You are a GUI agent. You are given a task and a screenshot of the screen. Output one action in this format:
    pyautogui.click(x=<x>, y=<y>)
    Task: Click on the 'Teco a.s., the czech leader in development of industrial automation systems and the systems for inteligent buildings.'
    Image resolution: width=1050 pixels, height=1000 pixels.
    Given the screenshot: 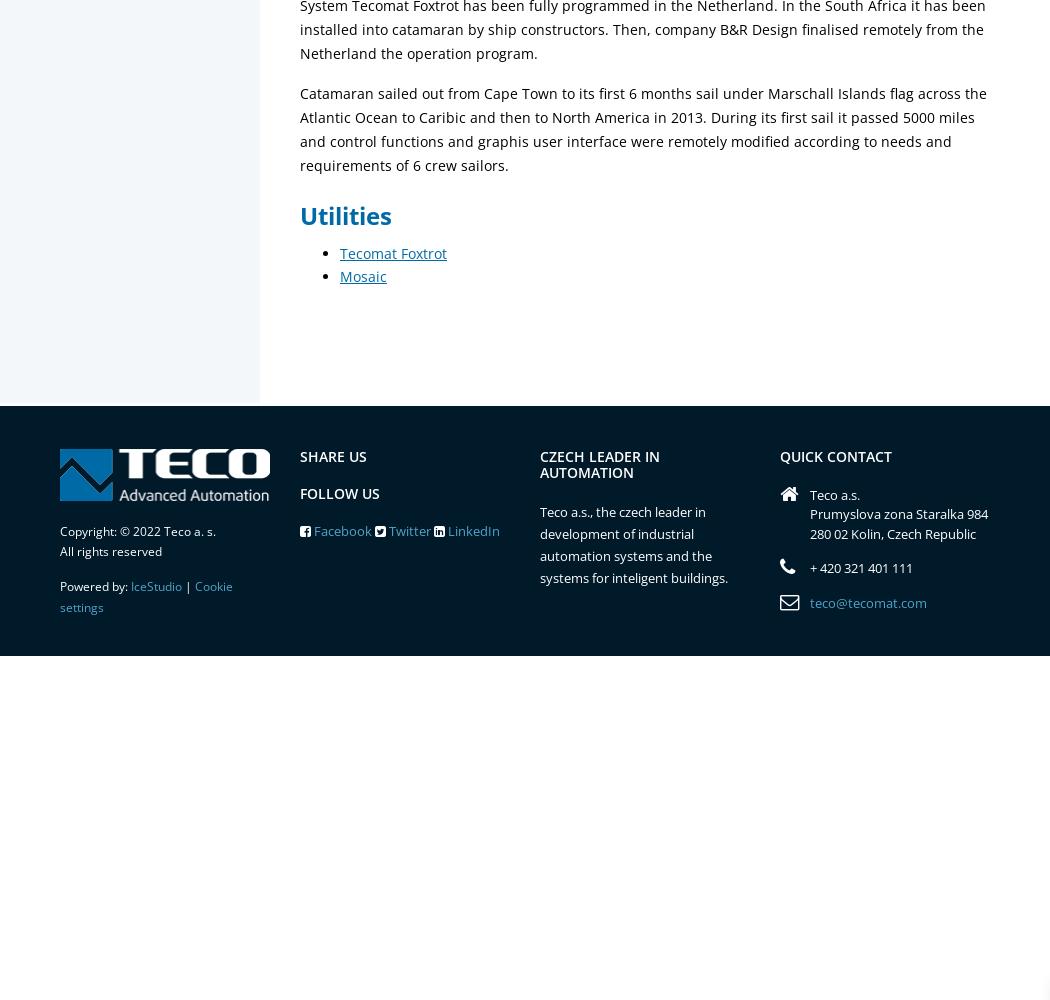 What is the action you would take?
    pyautogui.click(x=540, y=545)
    